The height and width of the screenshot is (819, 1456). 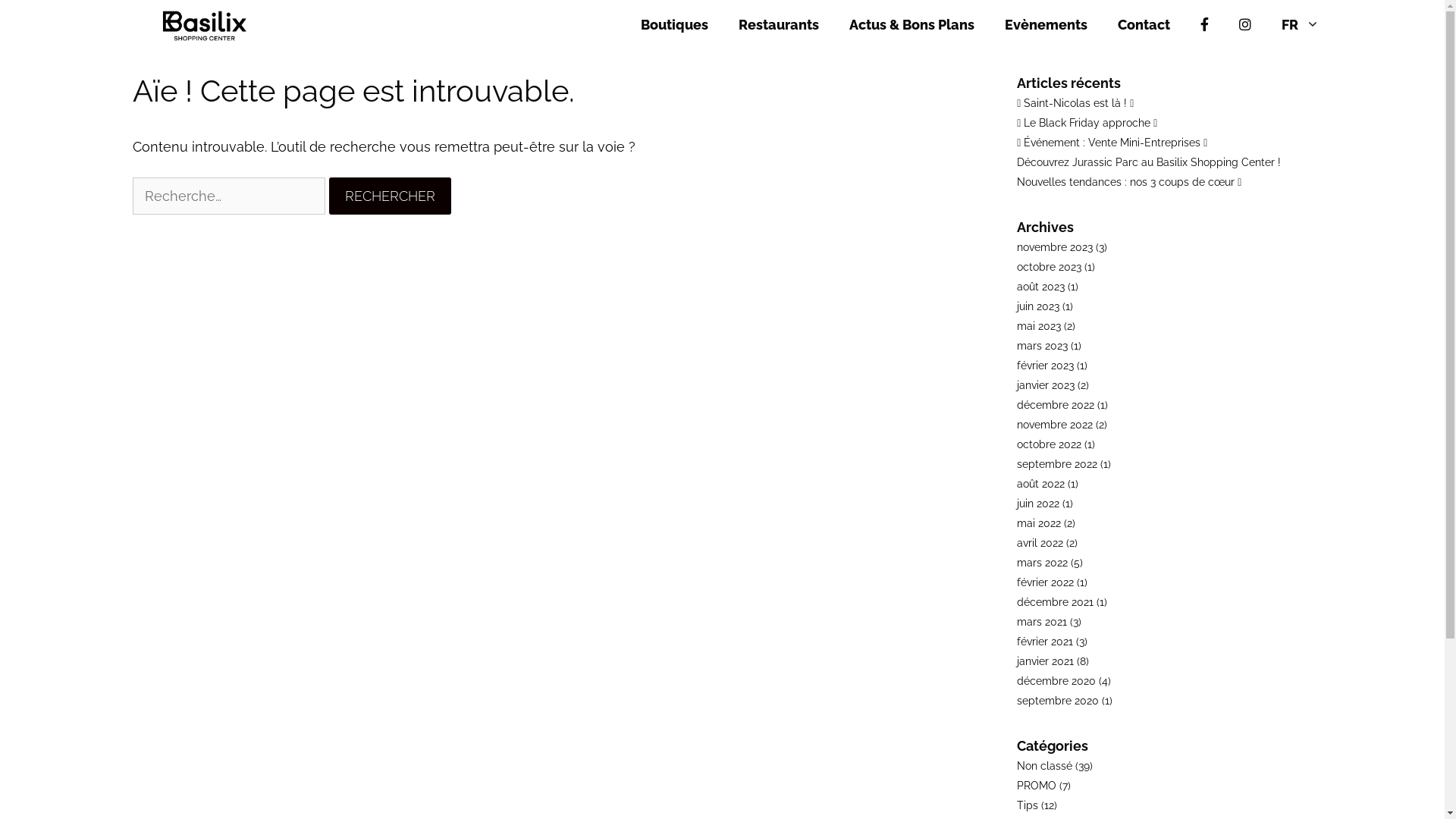 I want to click on 'Rechercher', so click(x=390, y=195).